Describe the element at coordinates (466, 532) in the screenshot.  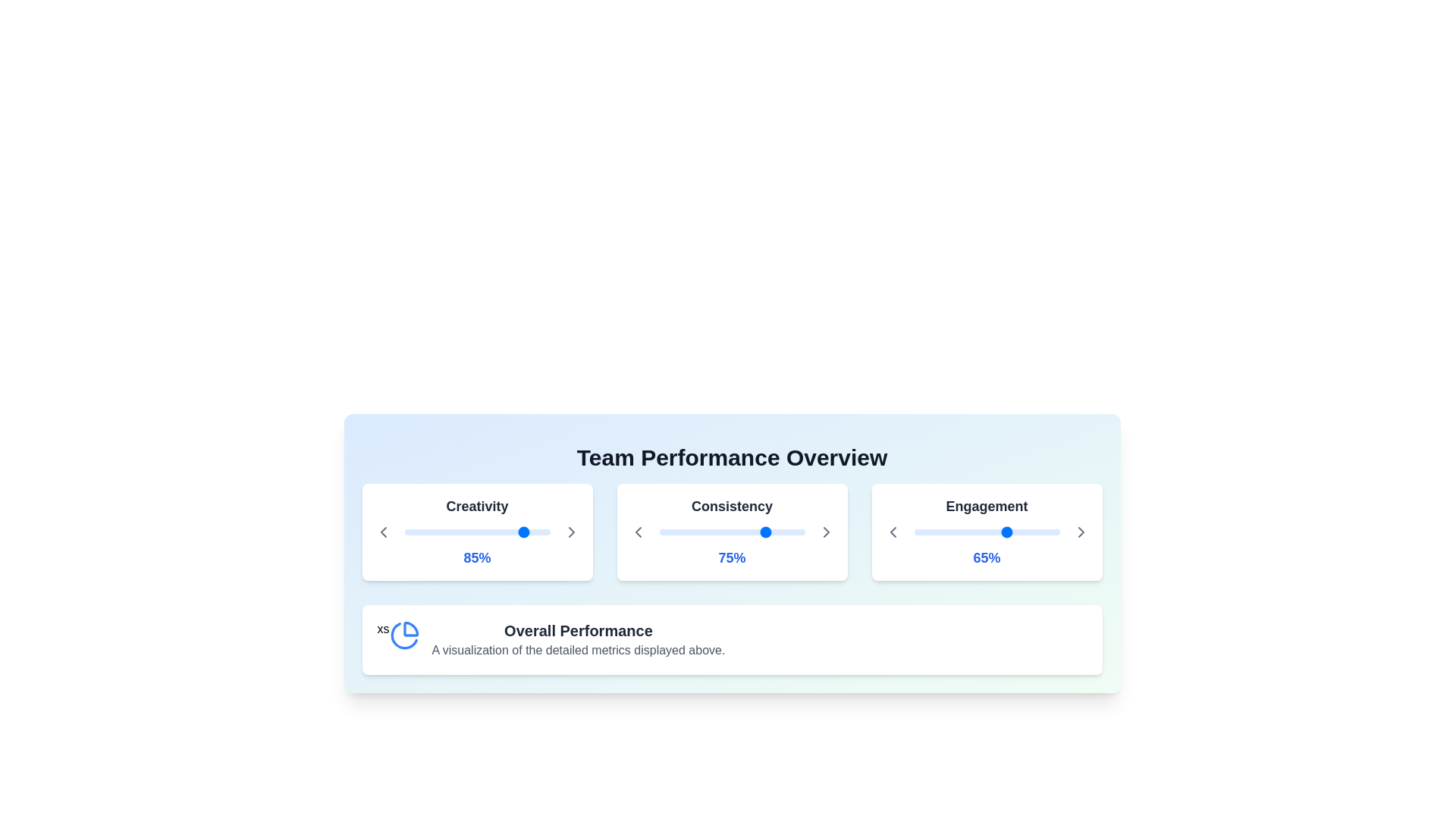
I see `Creativity level` at that location.